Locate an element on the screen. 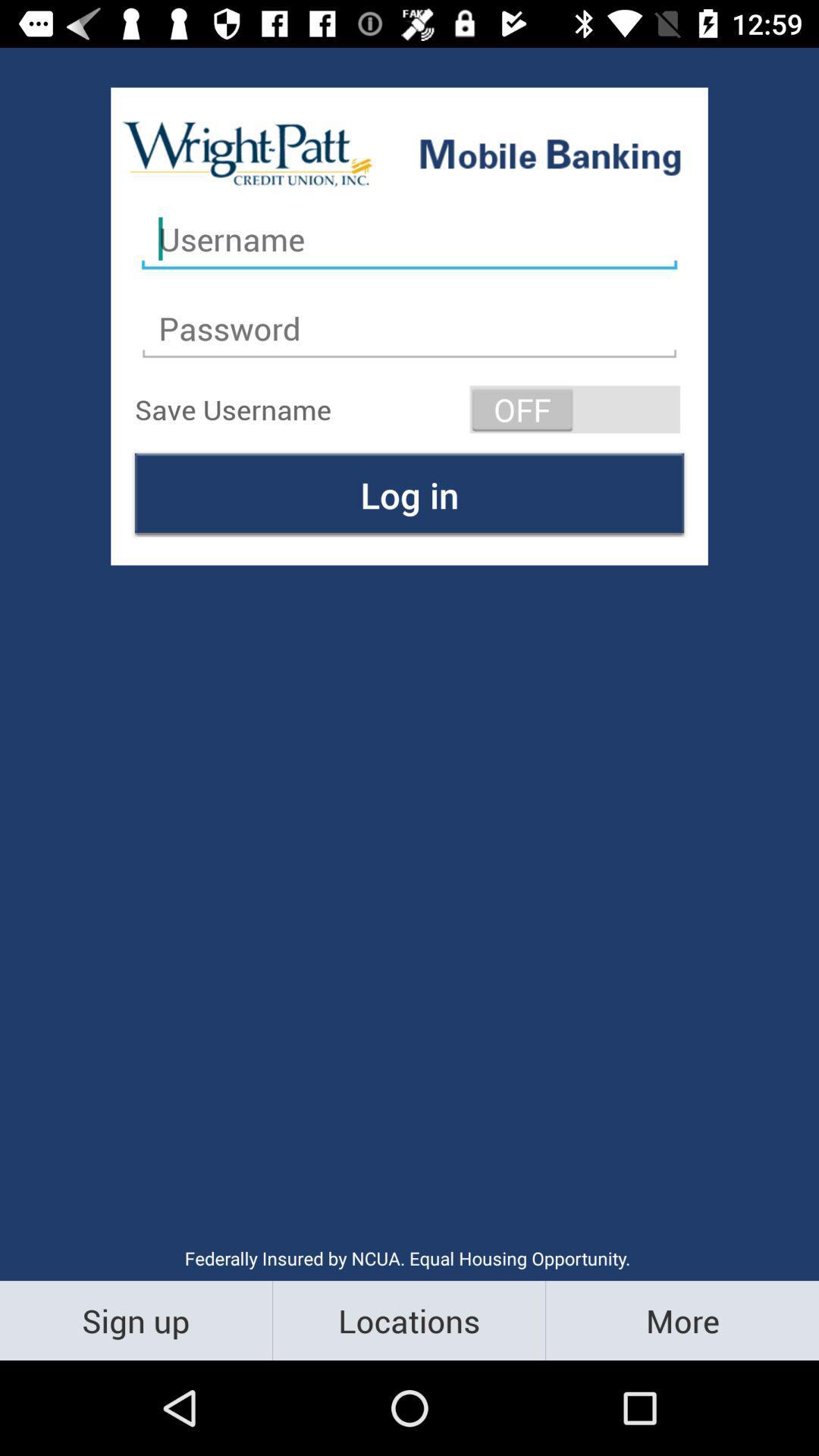 The height and width of the screenshot is (1456, 819). item below federally insured by icon is located at coordinates (135, 1319).